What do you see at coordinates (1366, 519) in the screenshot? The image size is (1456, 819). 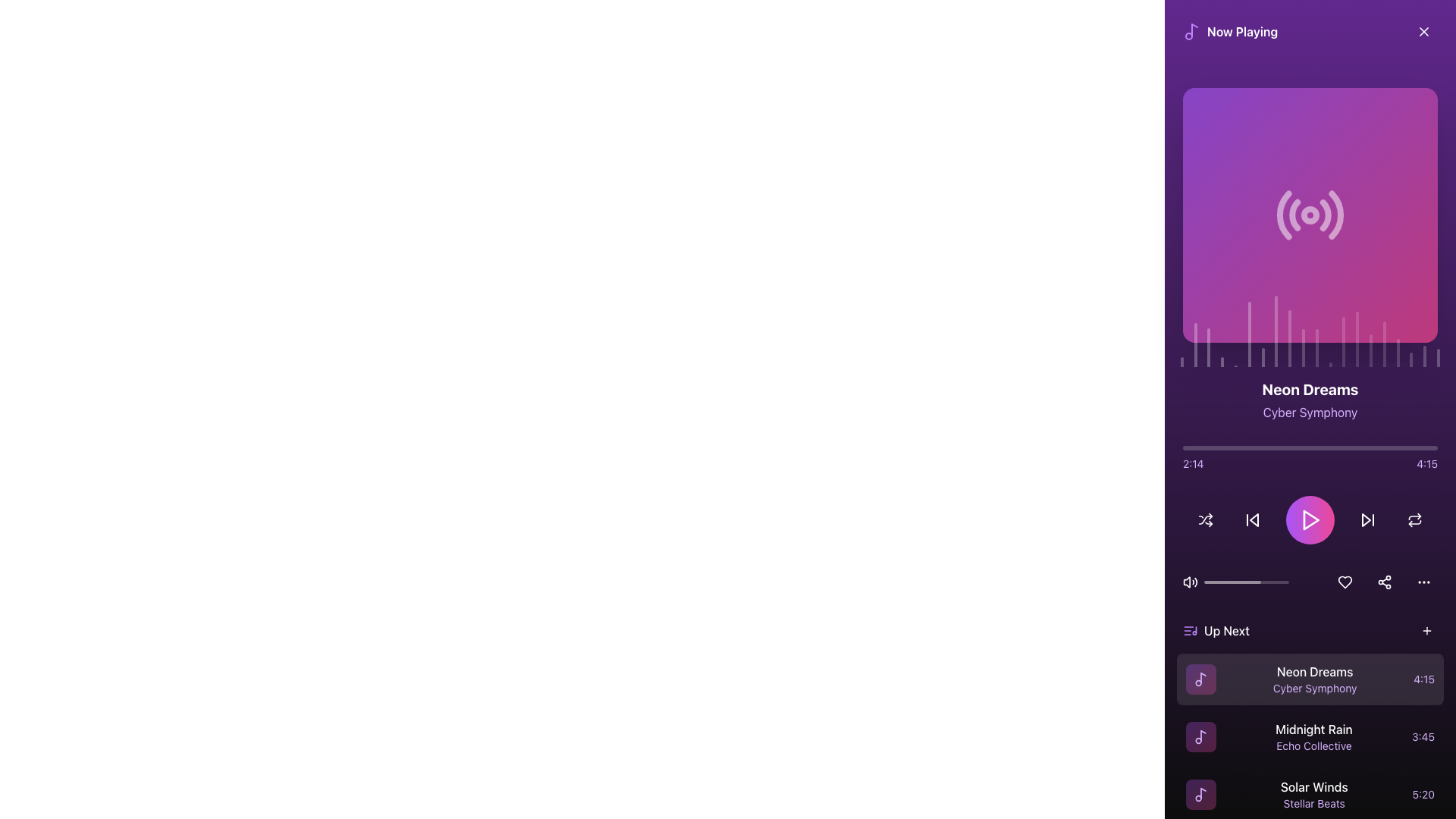 I see `the triangular arrow representation within the 'Skip Forward' button, which is located to the right of the 'Play' button, to initiate the action of skipping forward to the next track` at bounding box center [1366, 519].